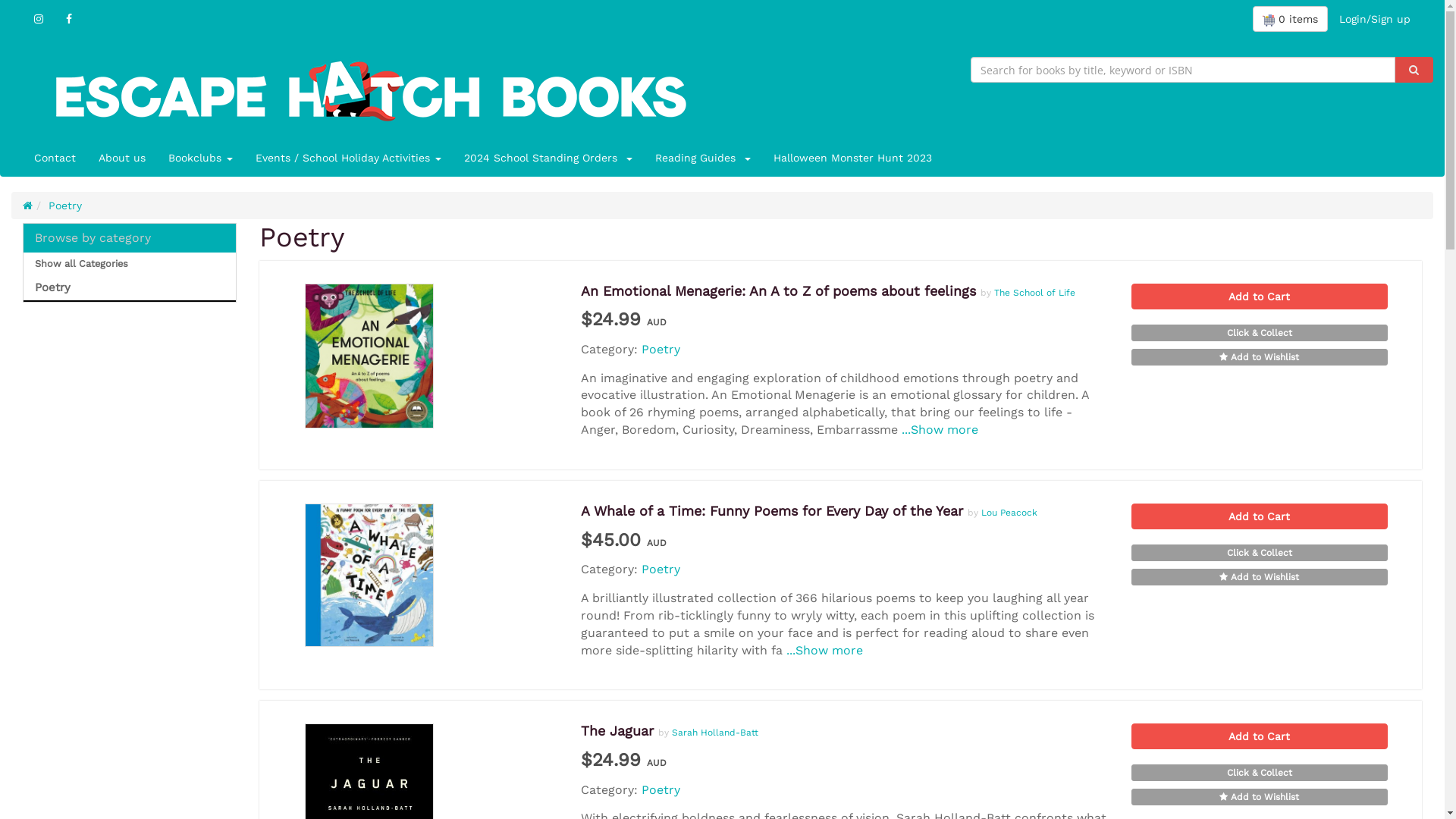 The height and width of the screenshot is (819, 1456). I want to click on 'Bookclubs ', so click(199, 158).